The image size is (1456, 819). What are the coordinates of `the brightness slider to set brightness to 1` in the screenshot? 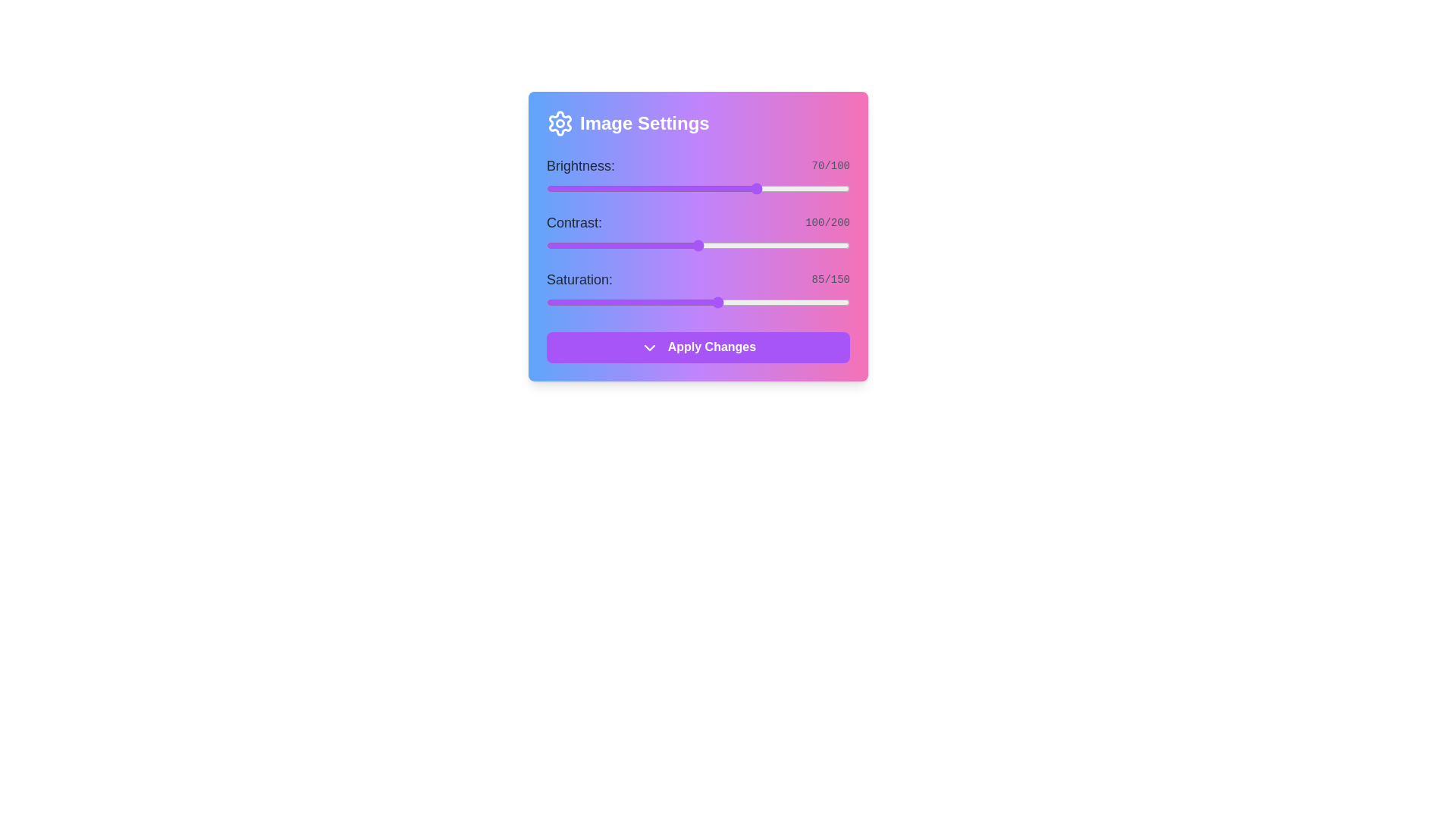 It's located at (548, 188).